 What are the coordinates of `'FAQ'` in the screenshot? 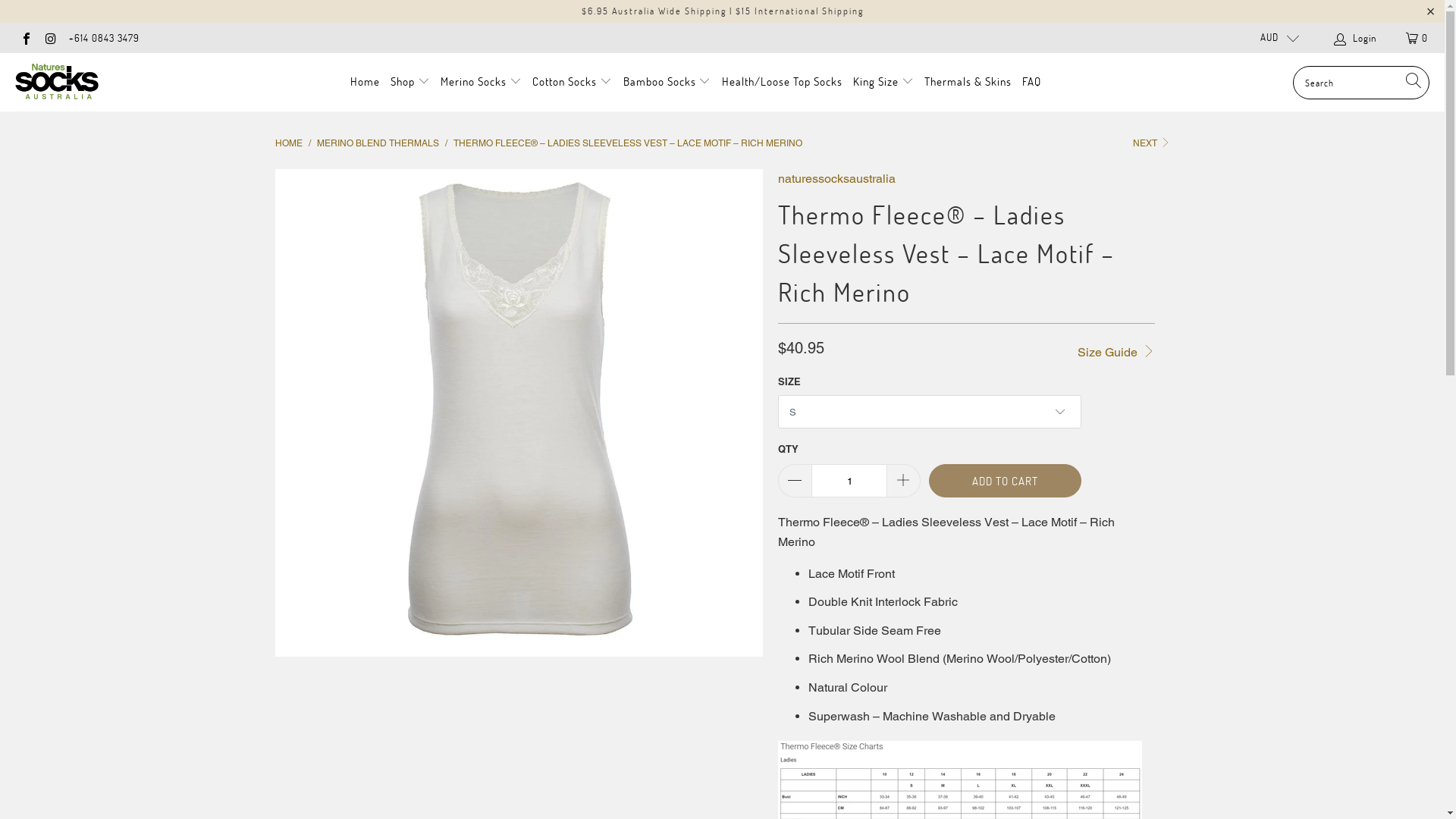 It's located at (1031, 82).